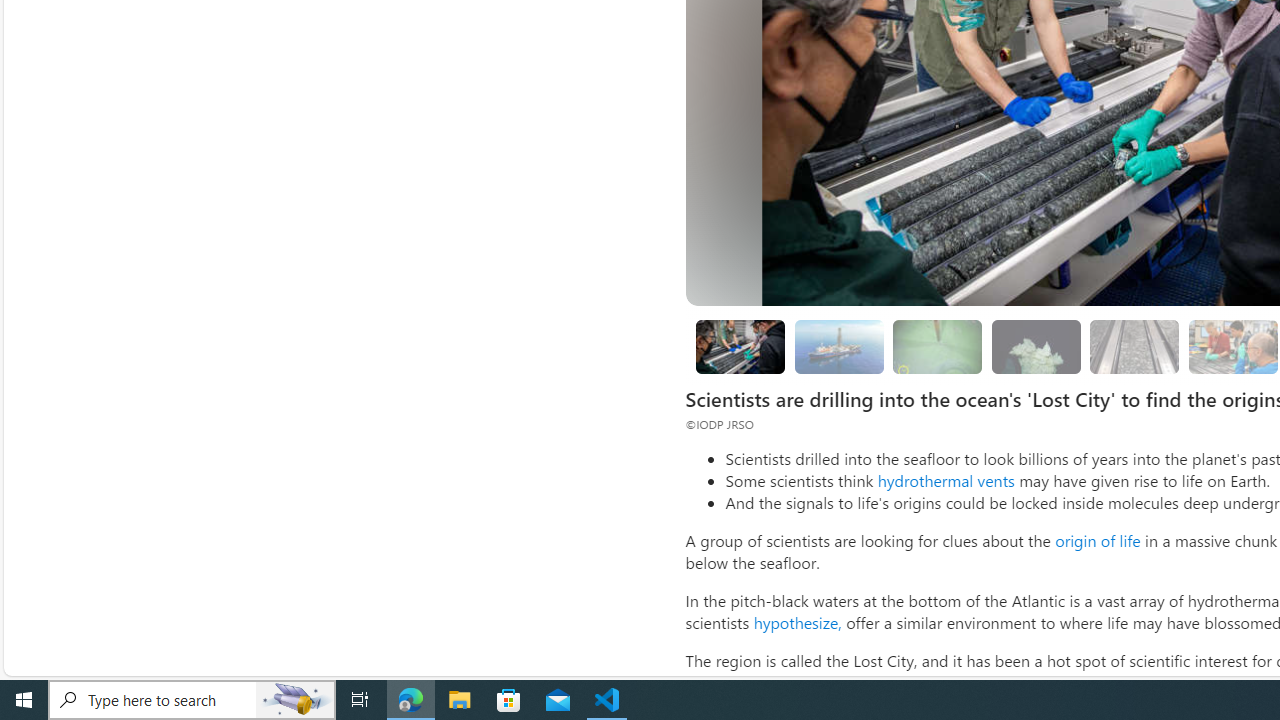 Image resolution: width=1280 pixels, height=720 pixels. Describe the element at coordinates (796, 621) in the screenshot. I see `'hypothesize,'` at that location.